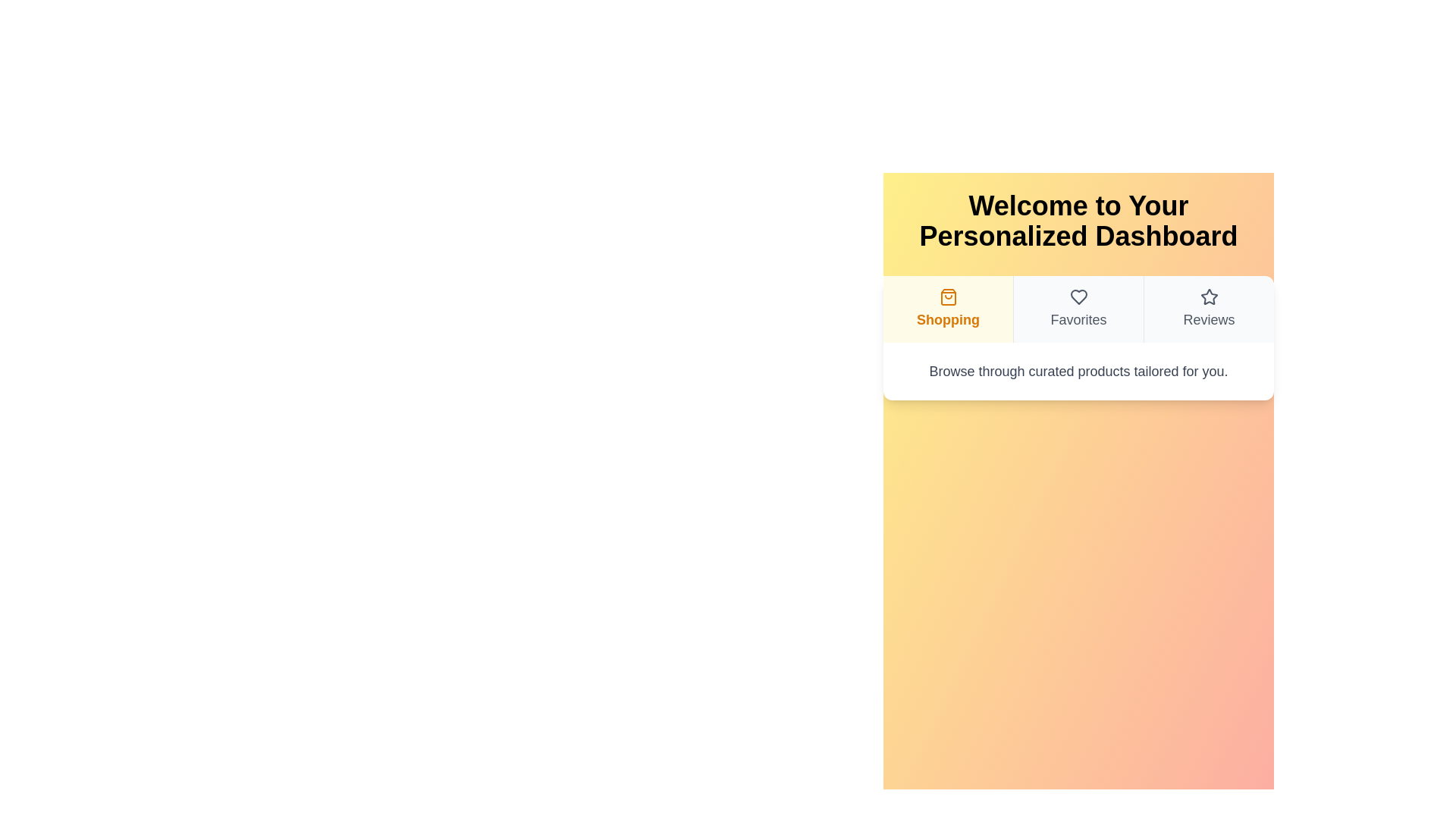 The width and height of the screenshot is (1456, 819). What do you see at coordinates (947, 309) in the screenshot?
I see `the Shopping tab by clicking on its corresponding button` at bounding box center [947, 309].